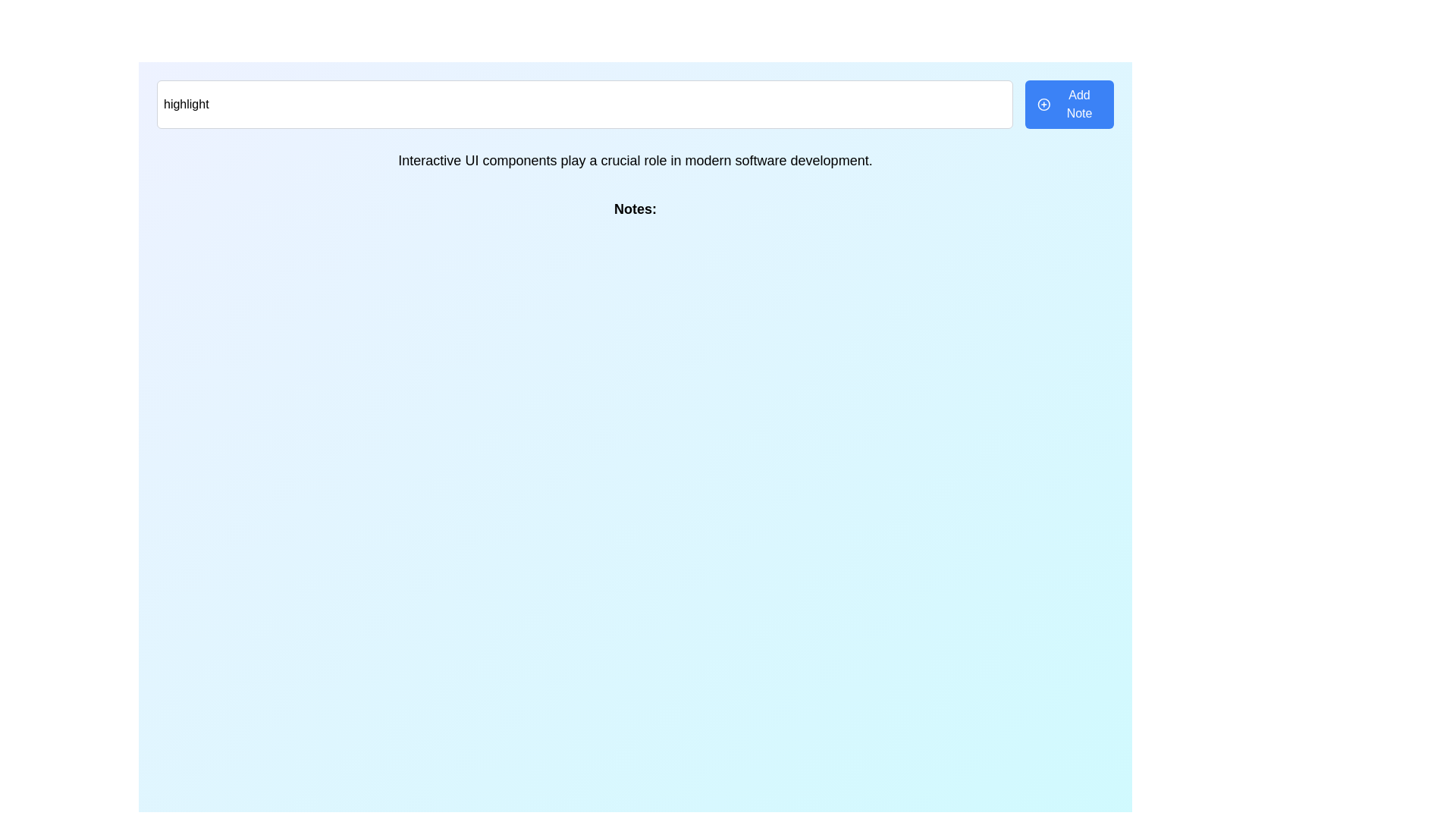  What do you see at coordinates (1043, 104) in the screenshot?
I see `the circular plus sign icon enclosed within a ring, which is part of the 'Add Note' button located in the upper-right corner of the interface` at bounding box center [1043, 104].